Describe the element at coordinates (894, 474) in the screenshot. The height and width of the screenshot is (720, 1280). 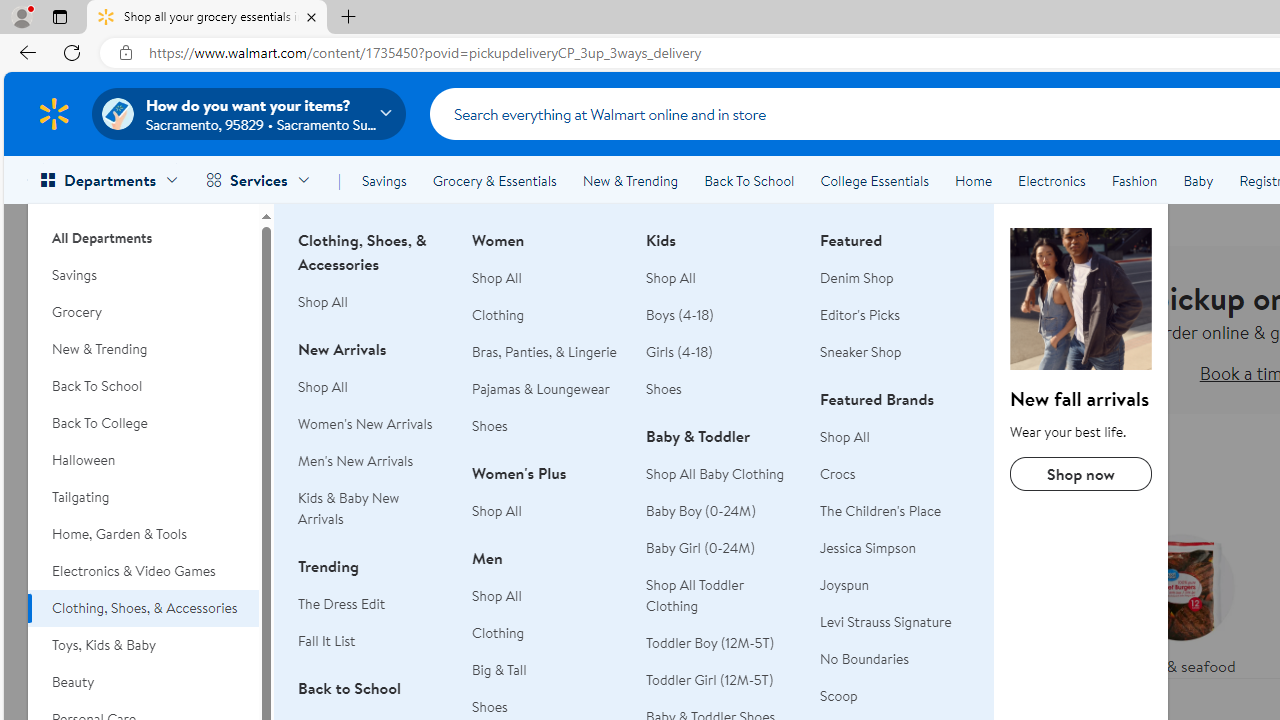
I see `'Crocs'` at that location.